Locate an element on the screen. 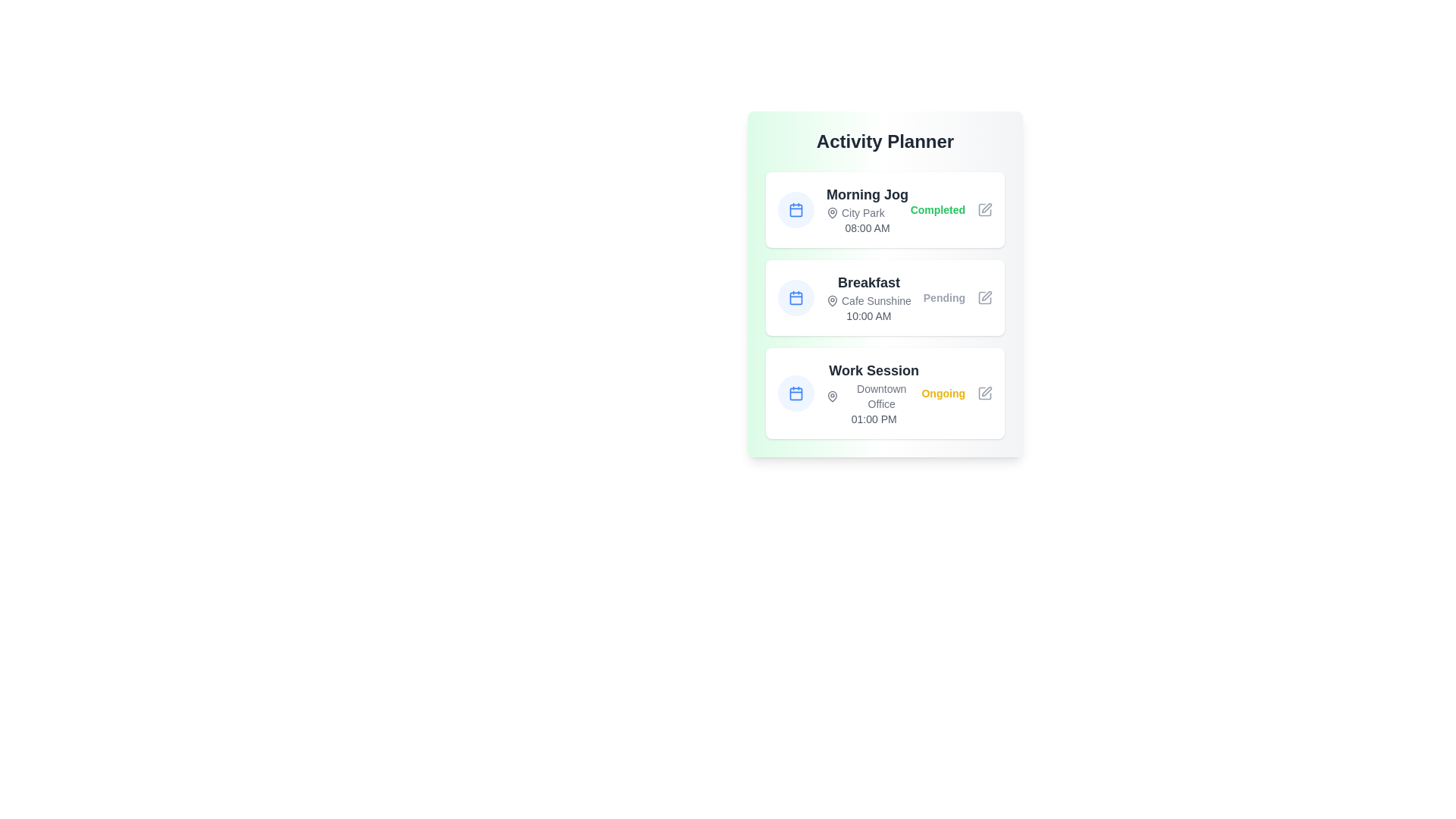 The height and width of the screenshot is (819, 1456). the area of the text label displaying the location name associated with the scheduled event, which is positioned below the 'Breakfast' text and above the '10:00 AM' text, with a map pin icon is located at coordinates (868, 301).